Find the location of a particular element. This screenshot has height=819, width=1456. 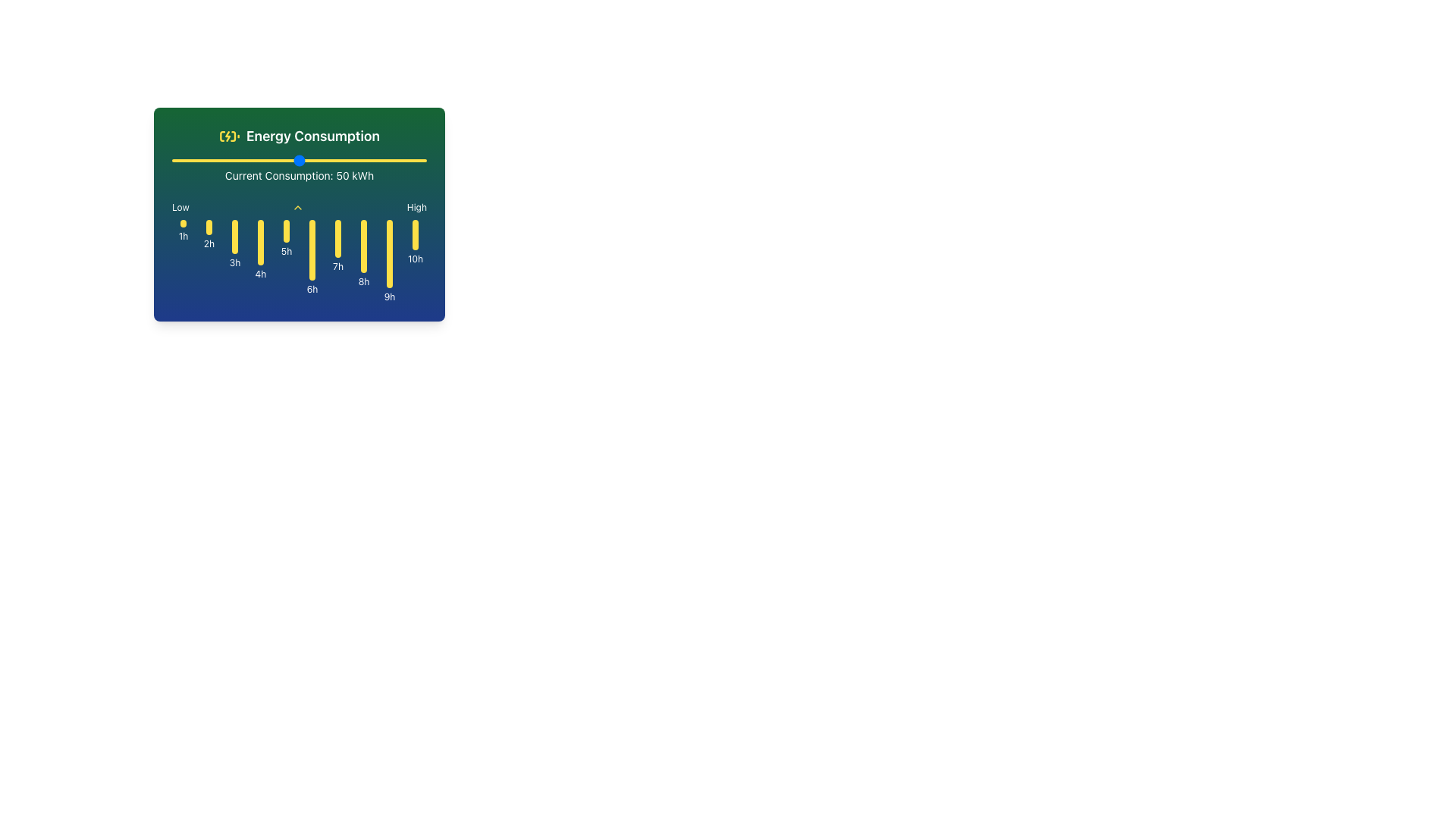

the yellow battery charging icon with a lightning bolt symbol, located to the left of the 'Energy Consumption' text in the green area at the top of the card interface is located at coordinates (228, 136).